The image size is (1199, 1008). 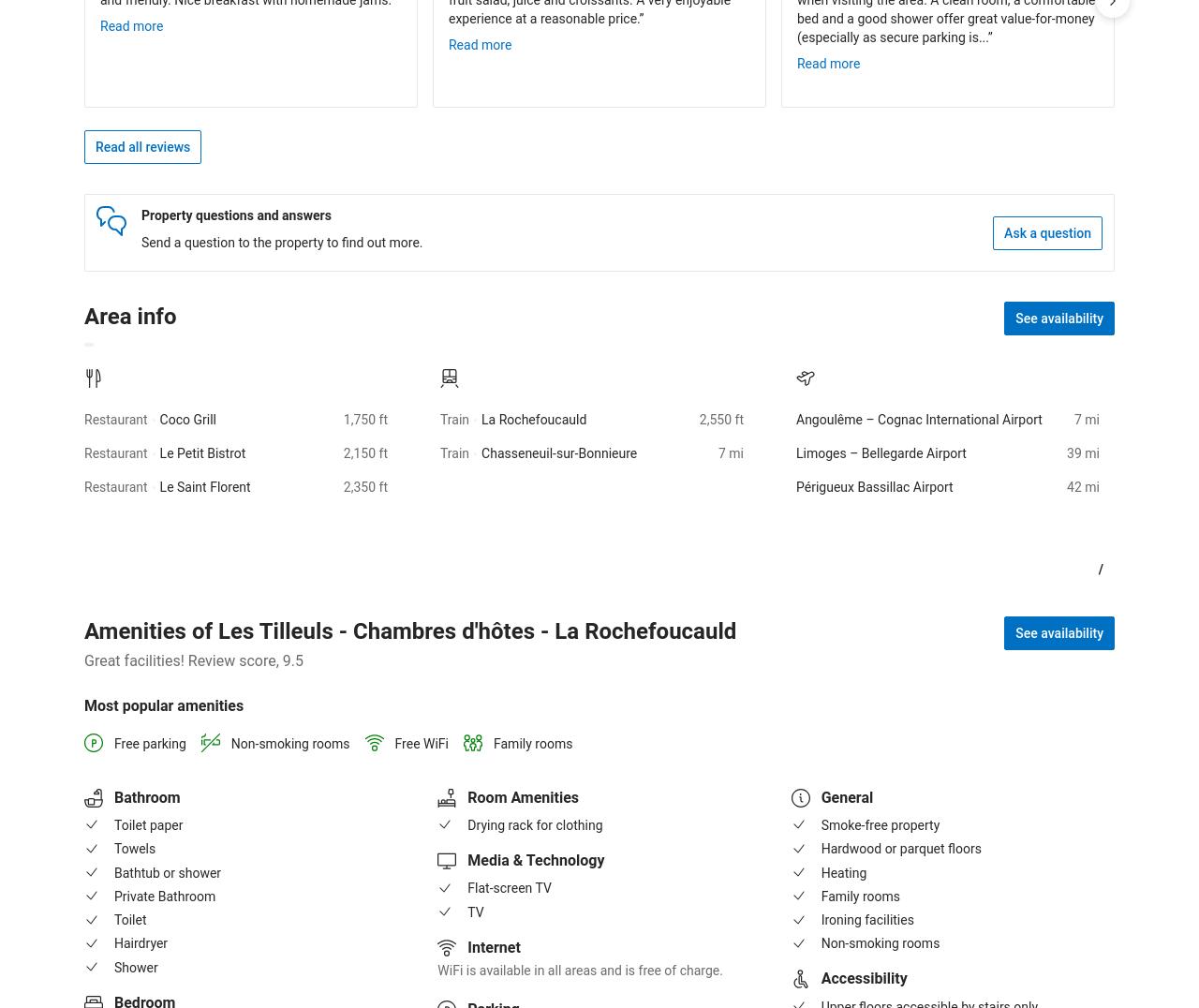 I want to click on 'General', so click(x=846, y=795).